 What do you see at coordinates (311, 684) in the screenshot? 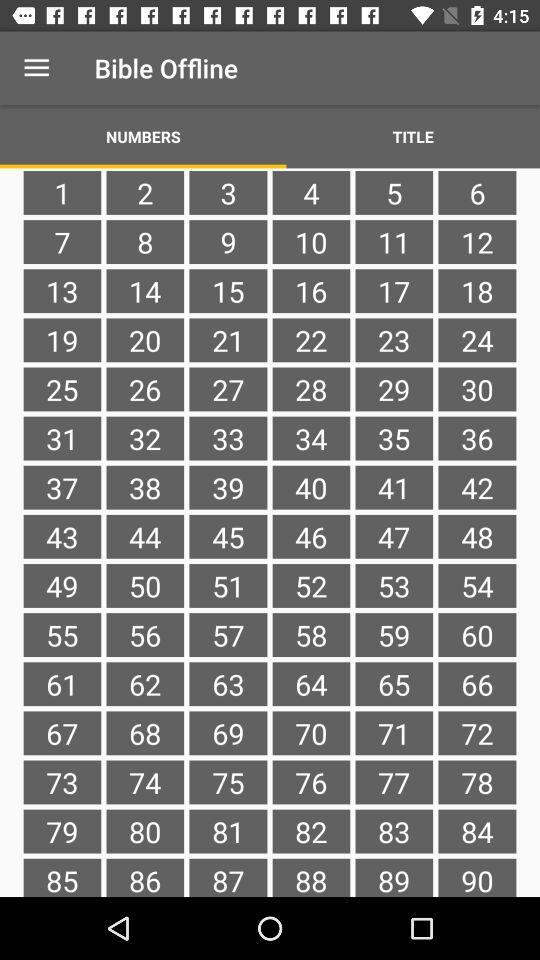
I see `the icon below the 57` at bounding box center [311, 684].